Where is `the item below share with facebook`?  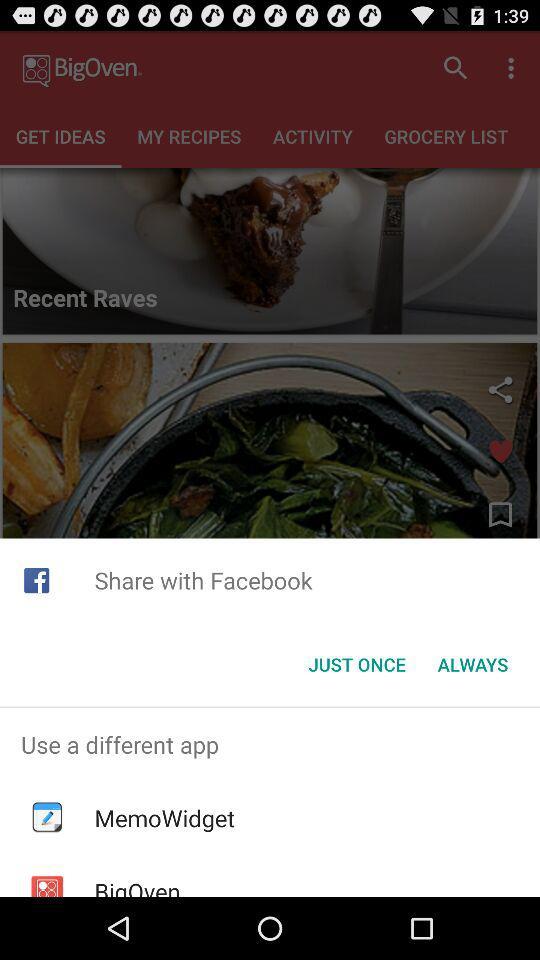
the item below share with facebook is located at coordinates (356, 664).